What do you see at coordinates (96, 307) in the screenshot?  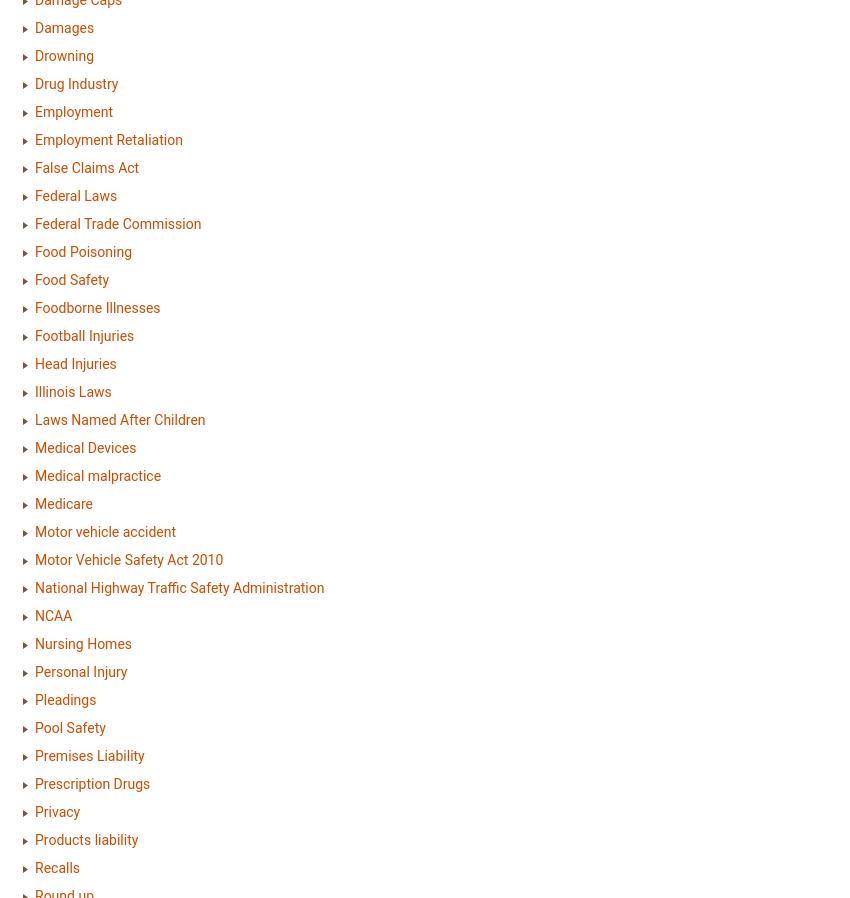 I see `'Foodborne Illnesses'` at bounding box center [96, 307].